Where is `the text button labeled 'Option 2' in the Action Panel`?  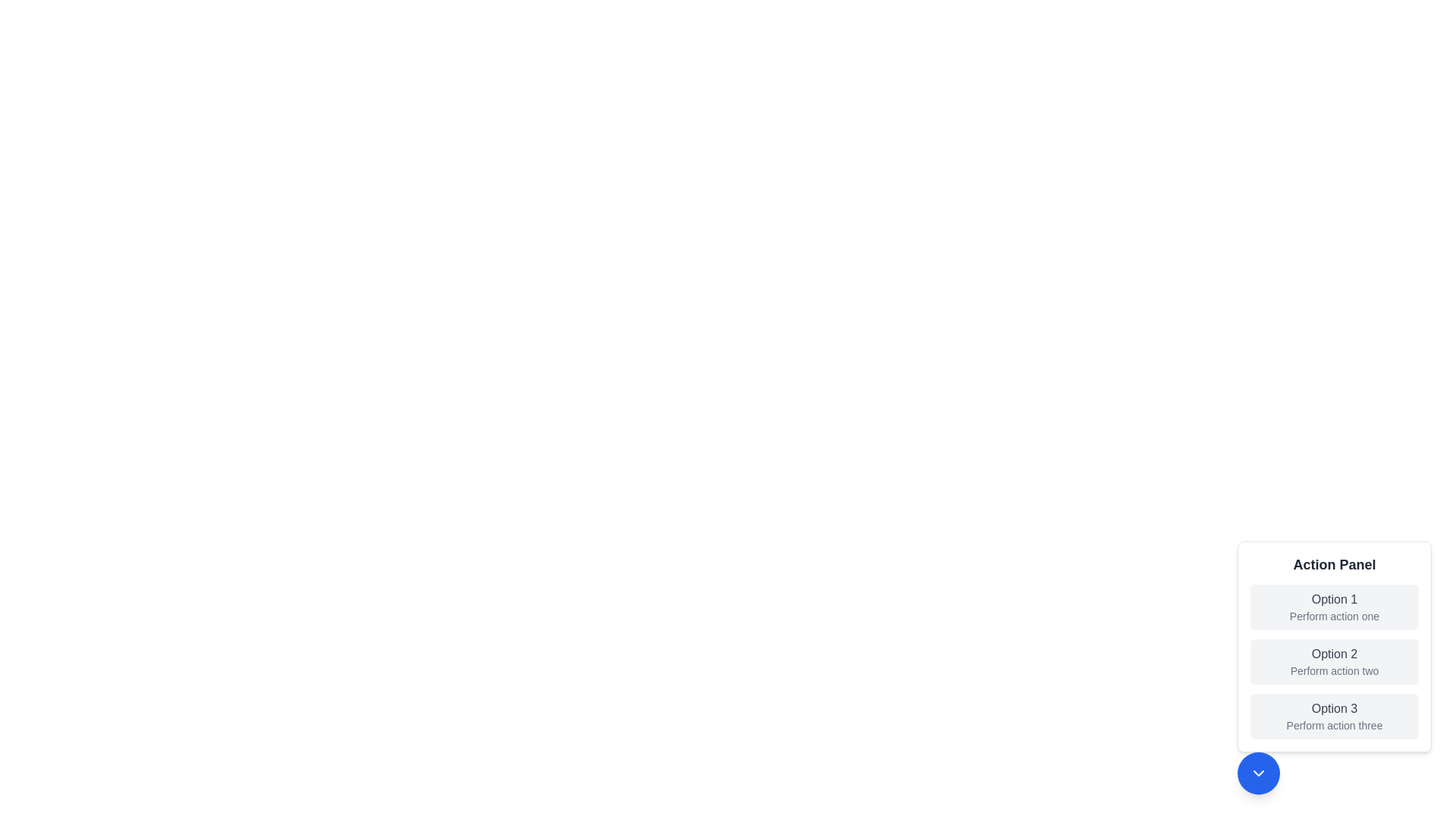
the text button labeled 'Option 2' in the Action Panel is located at coordinates (1335, 667).